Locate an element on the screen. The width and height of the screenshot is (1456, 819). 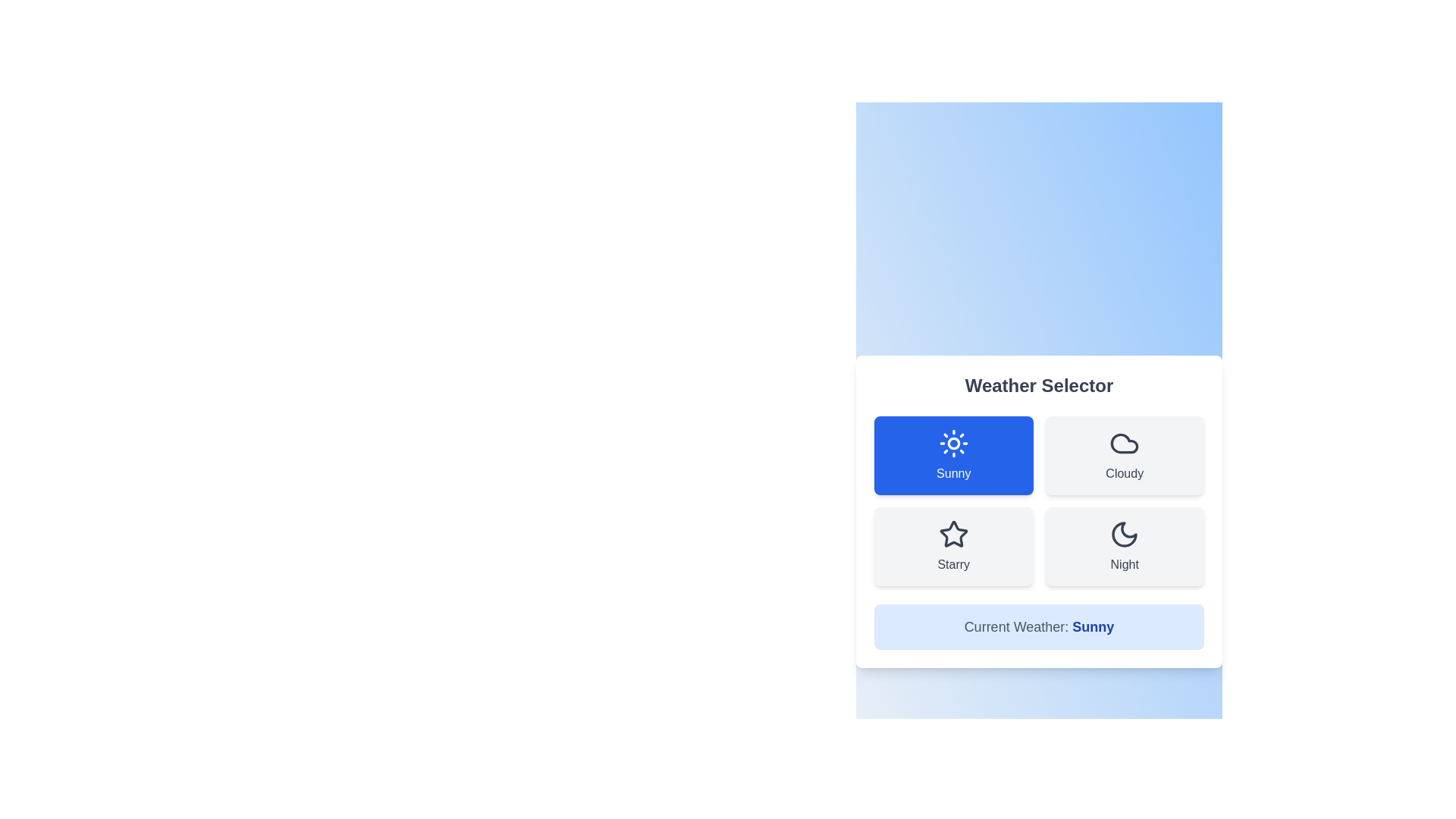
the button labeled Night to select it is located at coordinates (1125, 547).